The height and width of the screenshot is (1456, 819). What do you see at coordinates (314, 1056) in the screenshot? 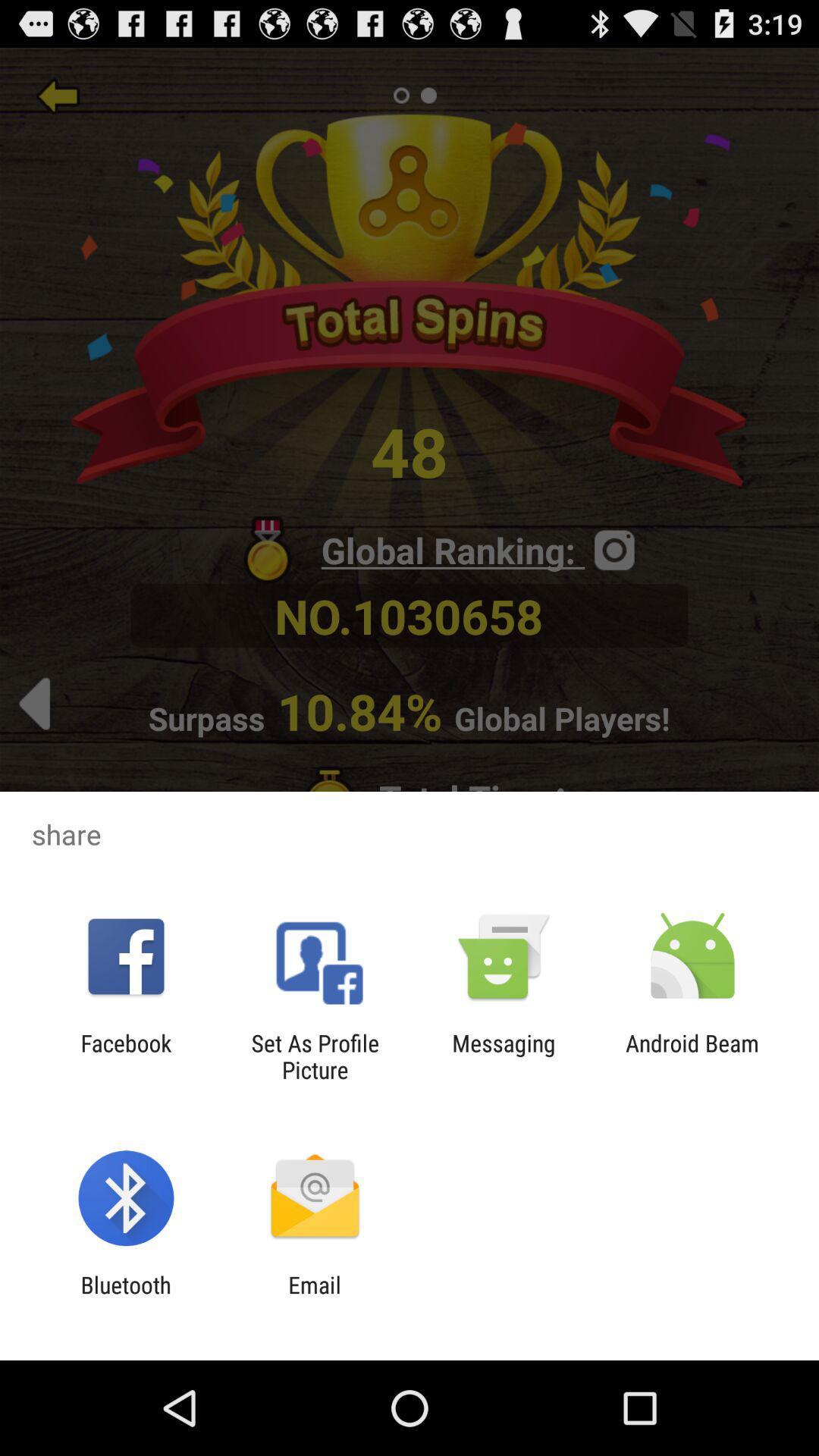
I see `the set as profile icon` at bounding box center [314, 1056].